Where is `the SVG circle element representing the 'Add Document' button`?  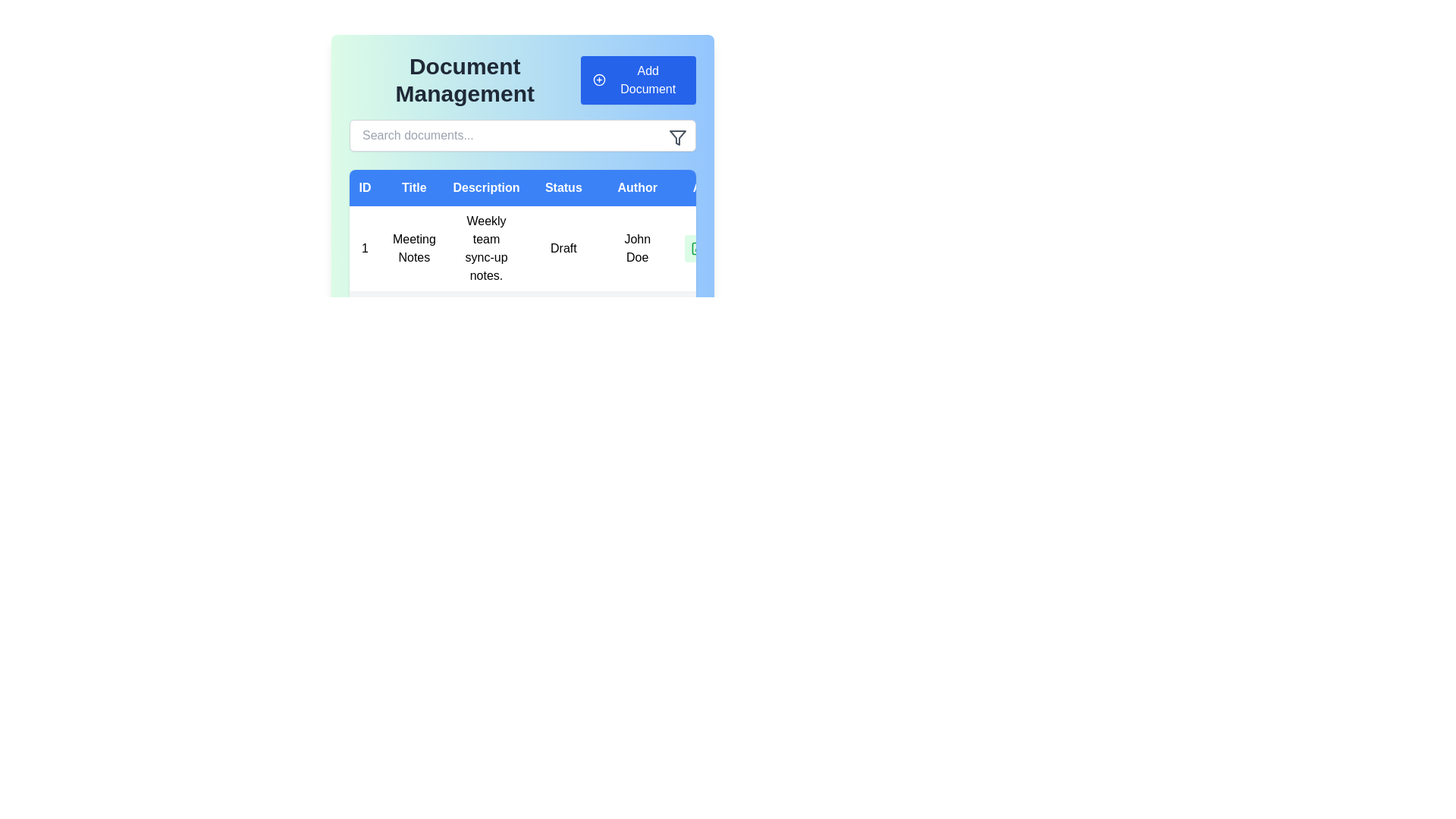
the SVG circle element representing the 'Add Document' button is located at coordinates (598, 80).